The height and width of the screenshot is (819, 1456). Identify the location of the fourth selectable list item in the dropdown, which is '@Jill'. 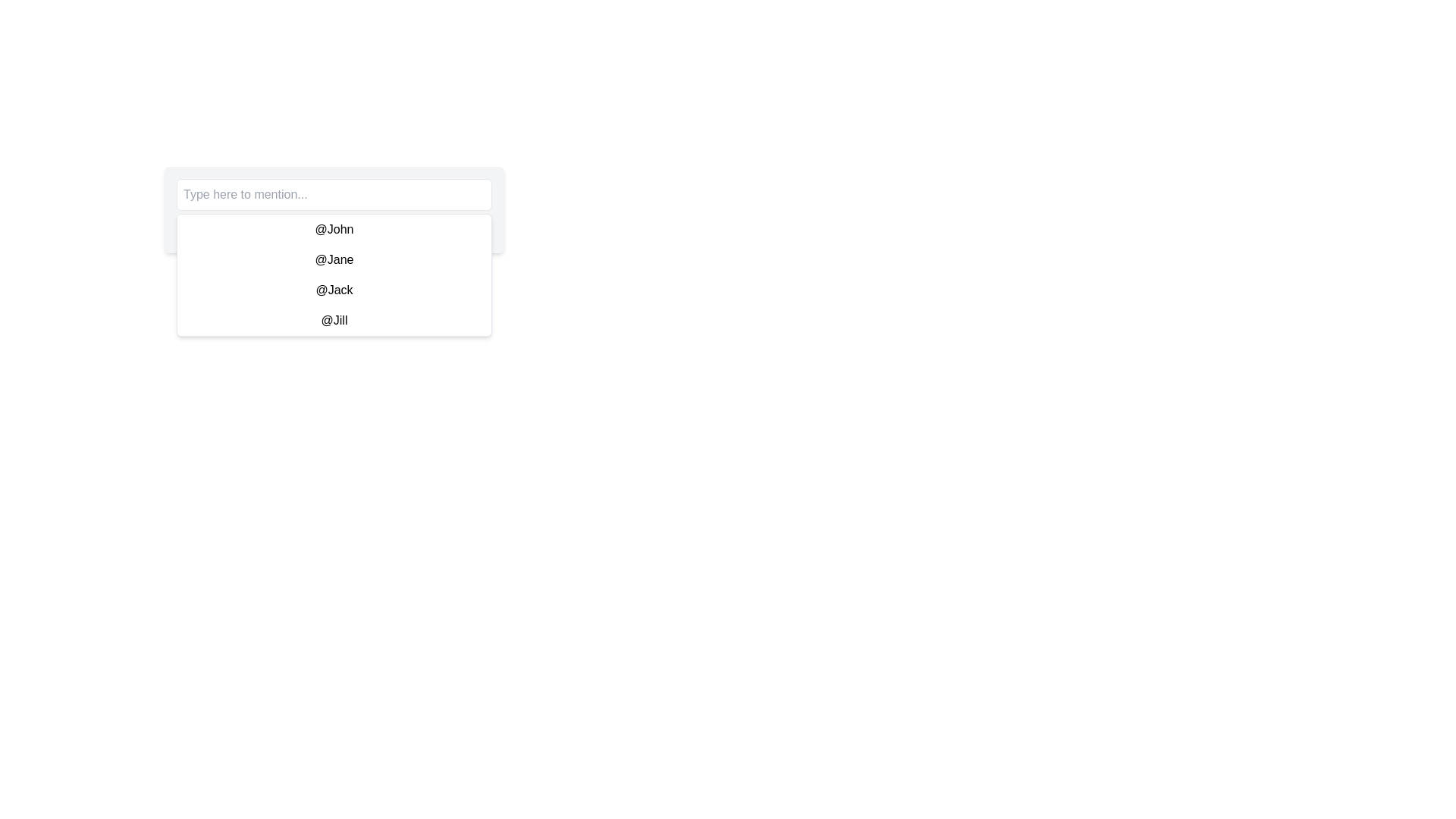
(334, 320).